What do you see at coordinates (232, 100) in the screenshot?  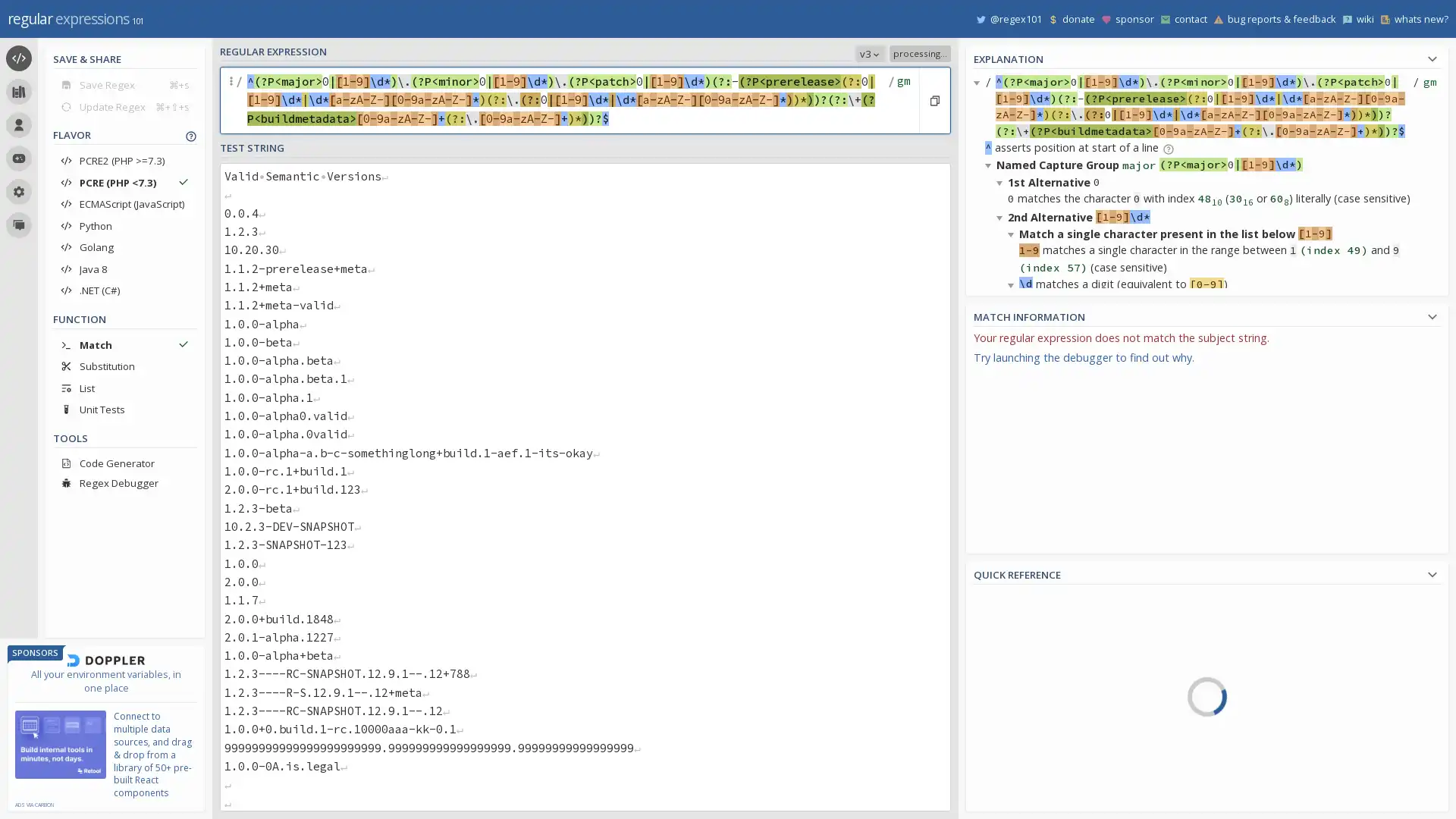 I see `Change delimiter` at bounding box center [232, 100].